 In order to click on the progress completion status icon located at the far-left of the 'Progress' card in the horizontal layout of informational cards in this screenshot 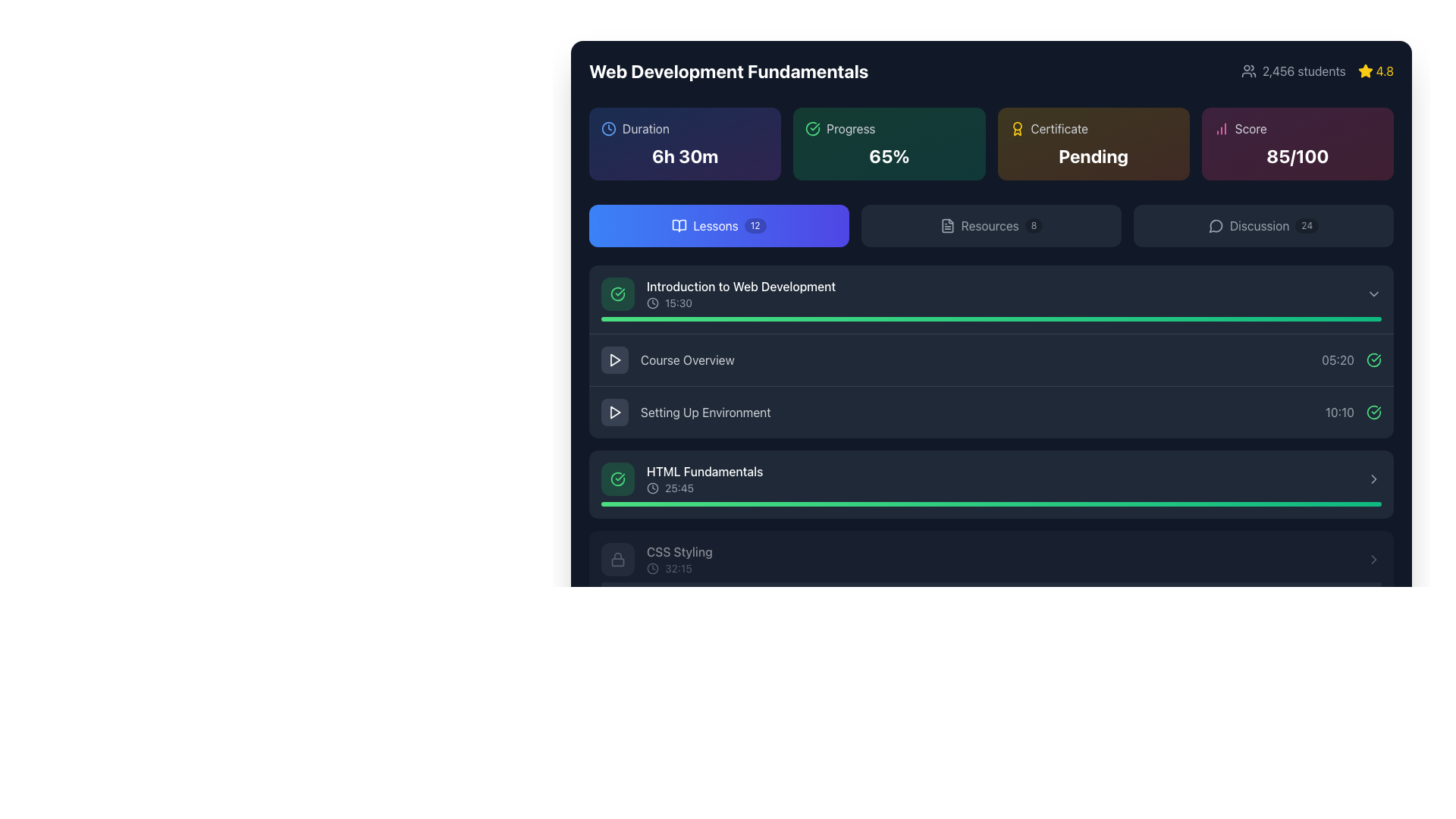, I will do `click(812, 127)`.